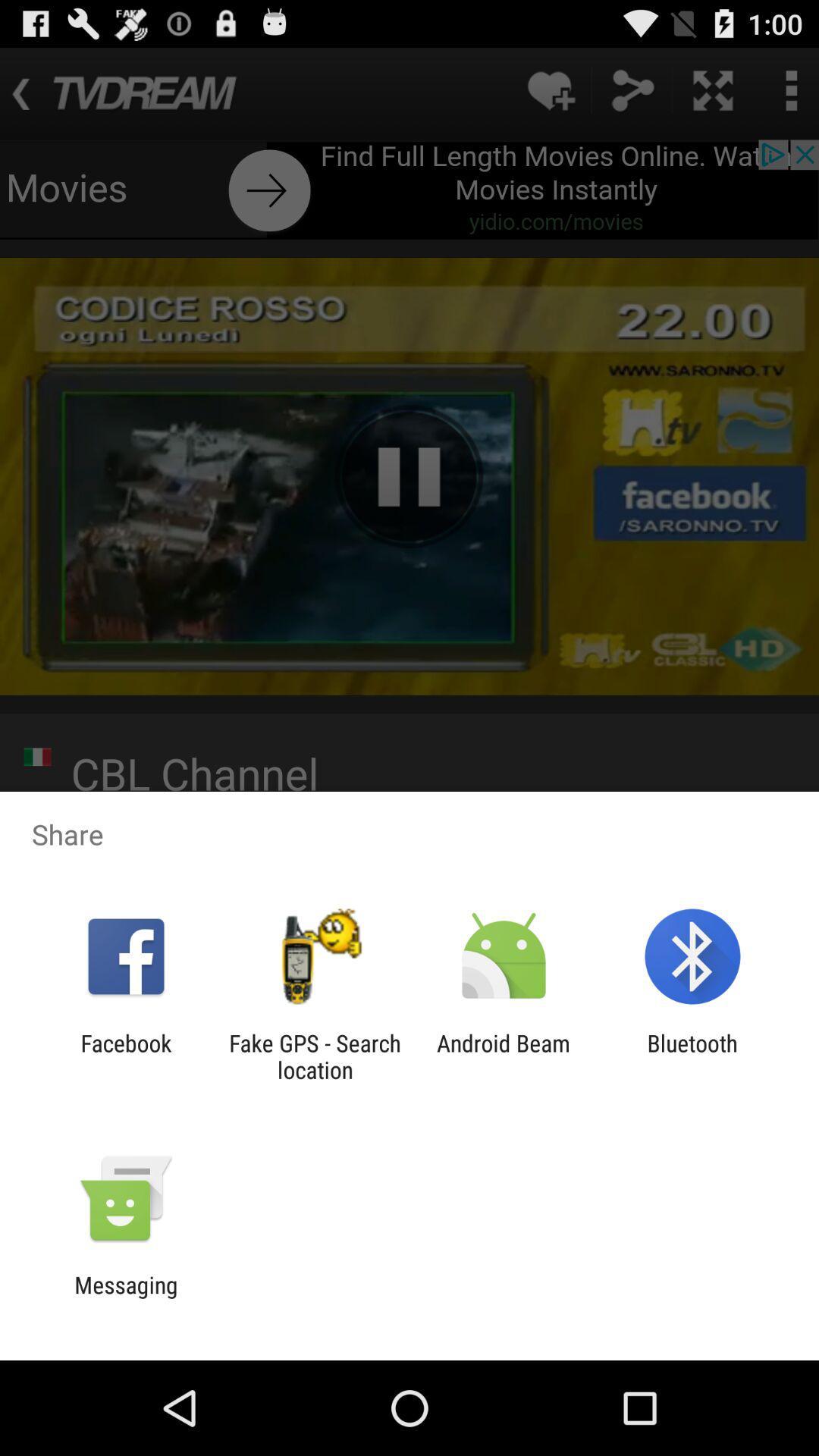  What do you see at coordinates (314, 1056) in the screenshot?
I see `fake gps search` at bounding box center [314, 1056].